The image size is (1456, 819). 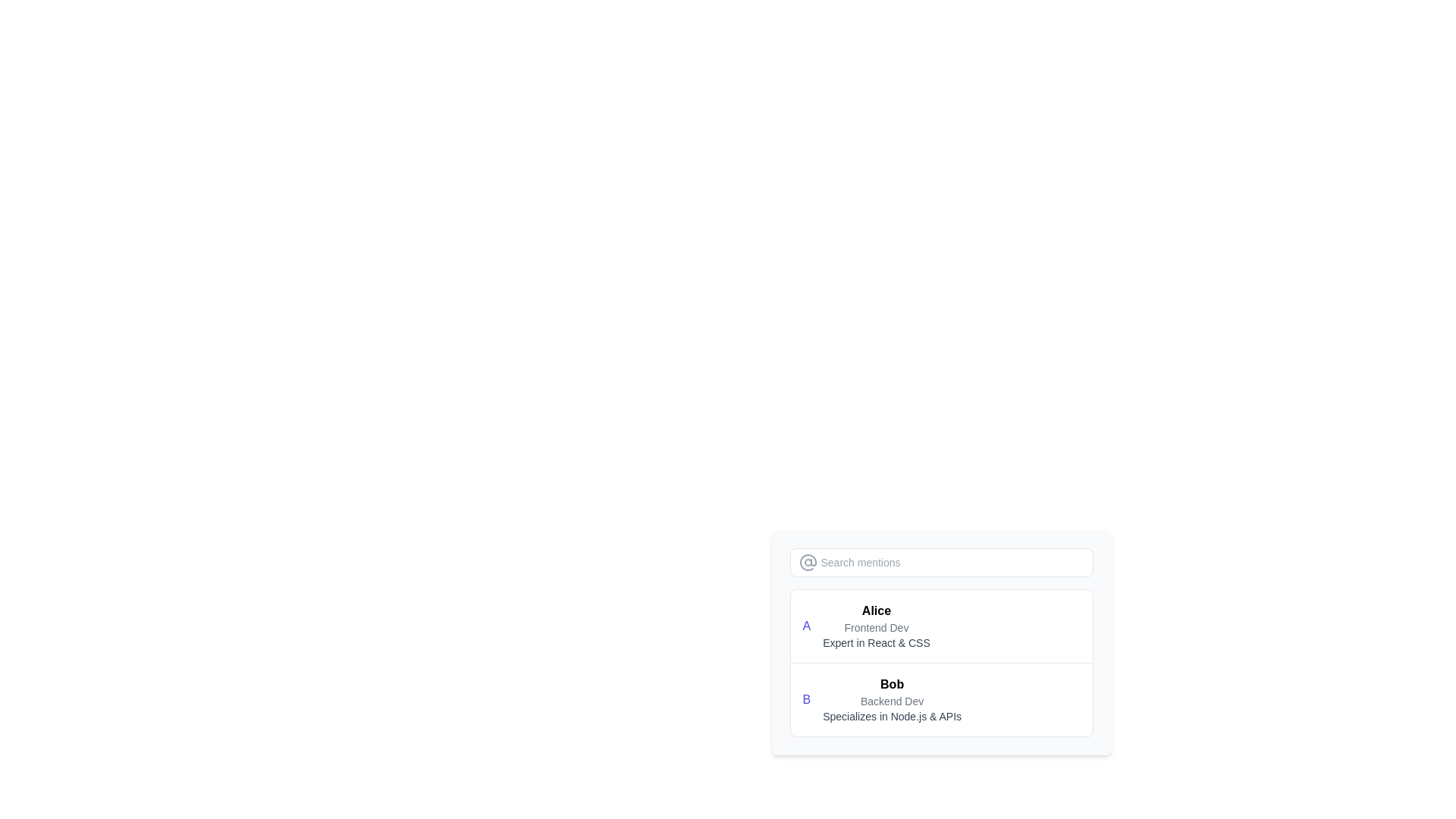 What do you see at coordinates (805, 699) in the screenshot?
I see `the bold and uppercase letter 'B' styled in indigo color, which is positioned at the beginning of the second list item describing the user 'Bob'` at bounding box center [805, 699].